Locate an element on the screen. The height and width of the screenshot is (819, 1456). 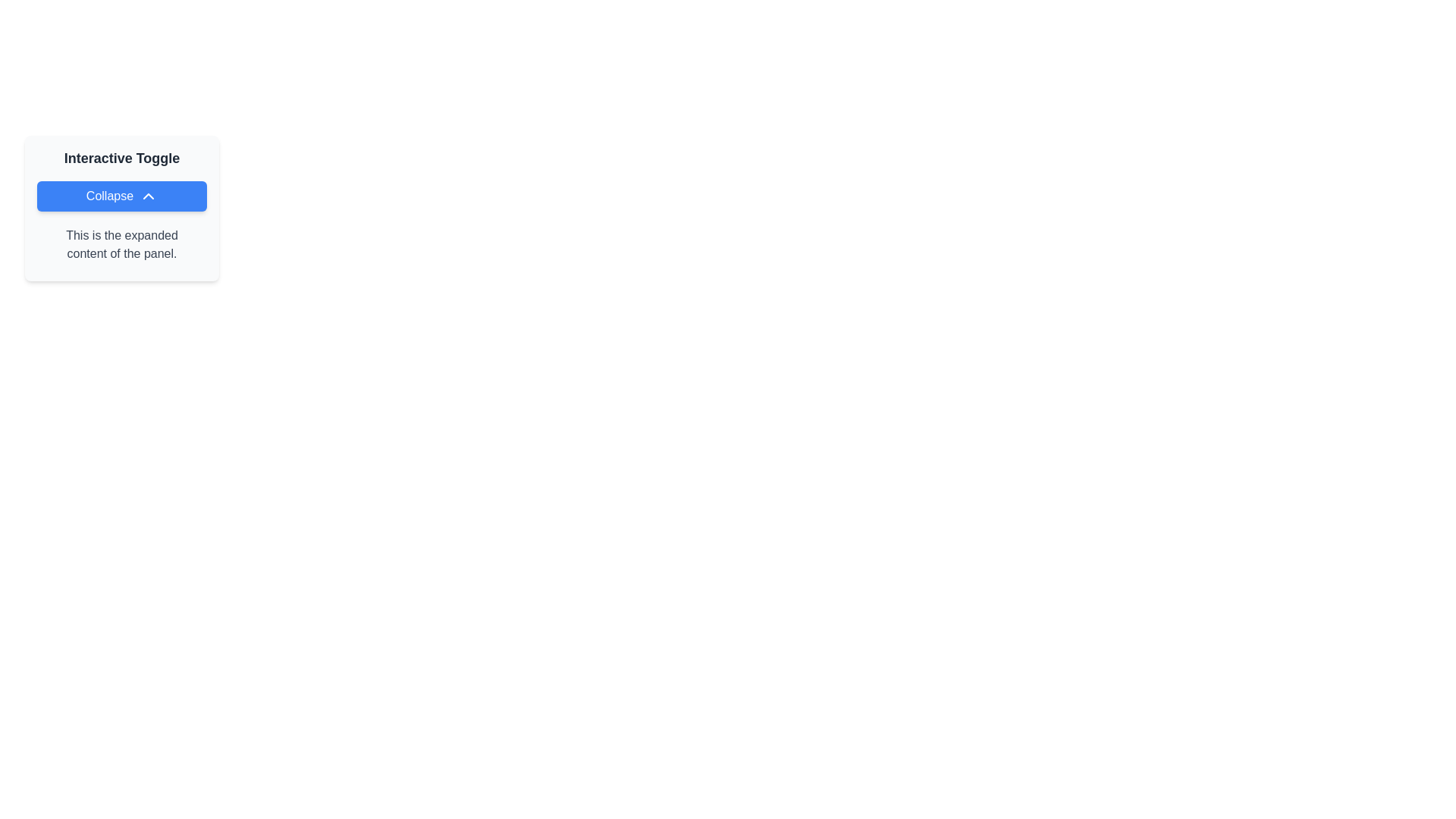
the small, upward-facing chevron icon located inside the 'Collapse' button, positioned to the right side of the 'Collapse' label is located at coordinates (149, 195).